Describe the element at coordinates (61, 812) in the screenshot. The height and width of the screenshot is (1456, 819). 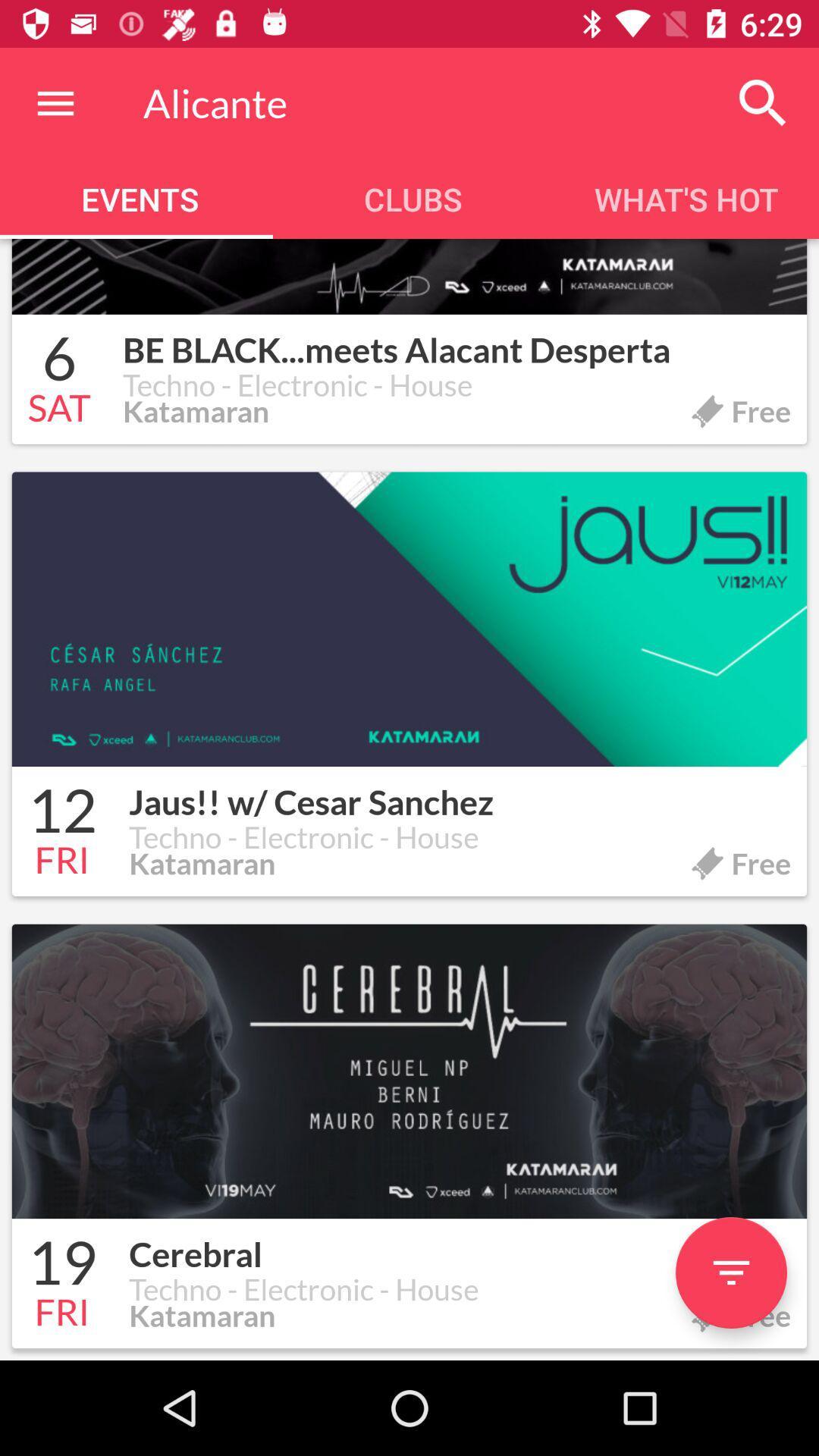
I see `item above the fri icon` at that location.